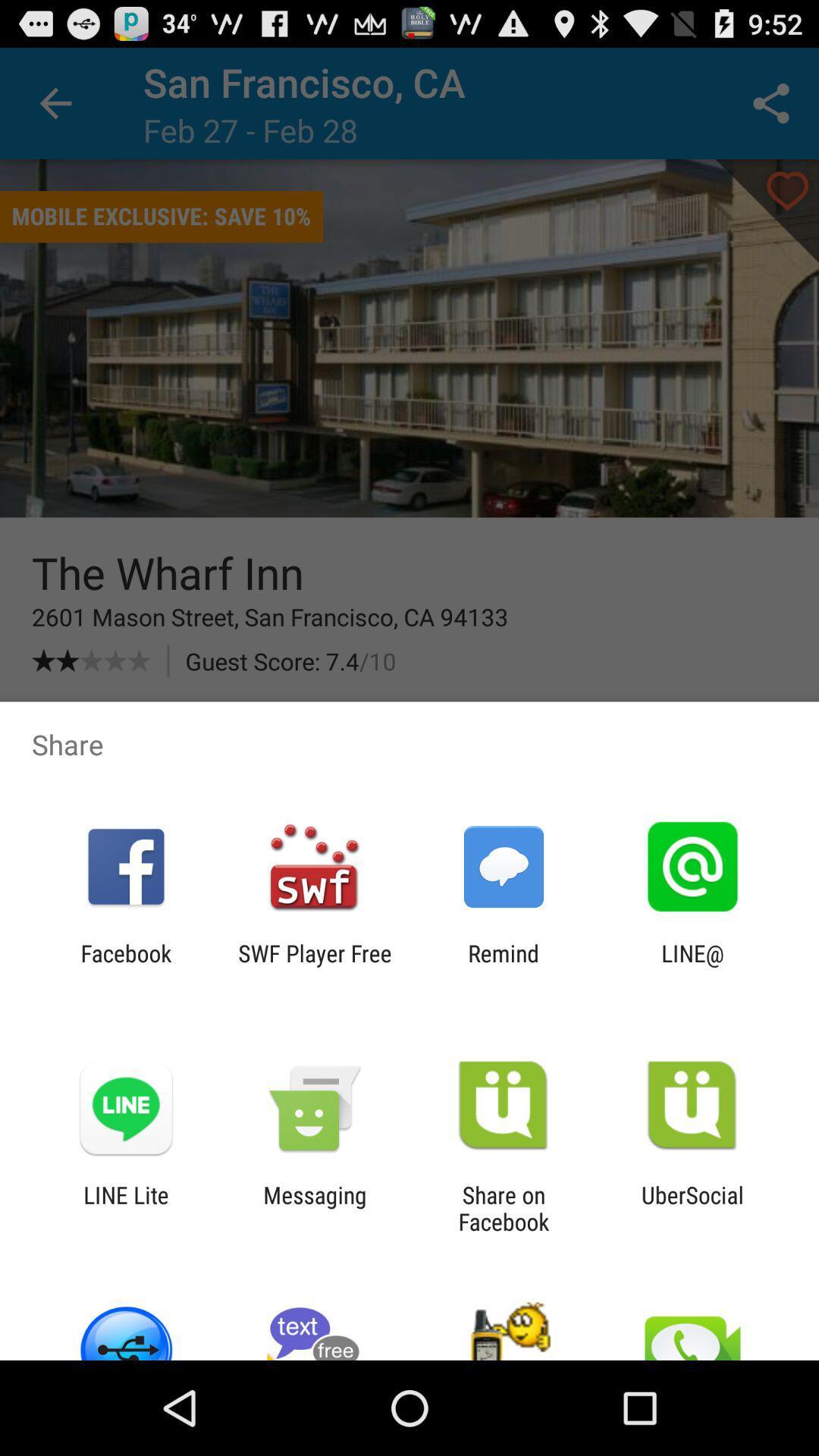 This screenshot has width=819, height=1456. Describe the element at coordinates (314, 966) in the screenshot. I see `the swf player free icon` at that location.